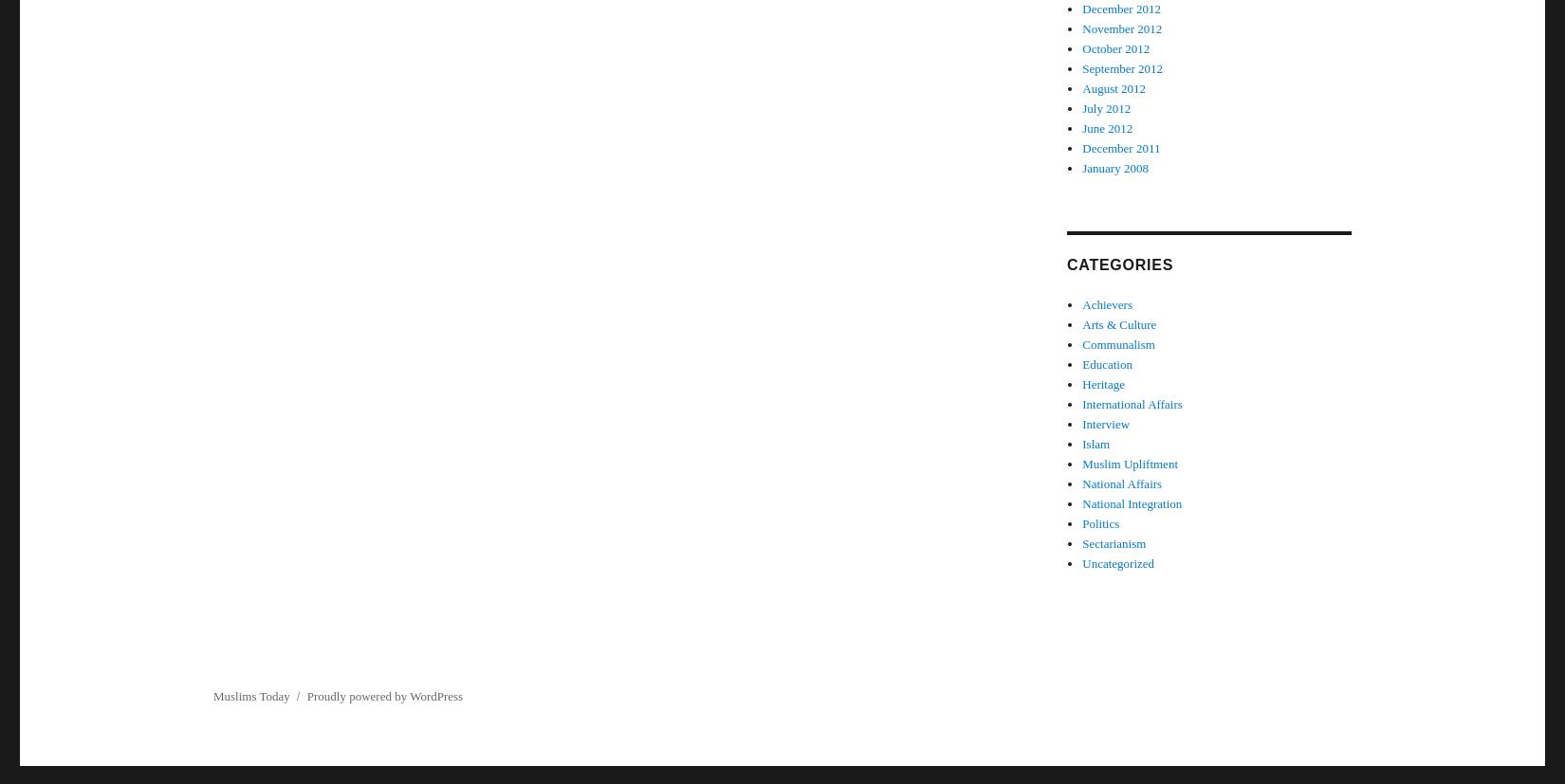 Image resolution: width=1565 pixels, height=784 pixels. Describe the element at coordinates (1103, 384) in the screenshot. I see `'Heritage'` at that location.